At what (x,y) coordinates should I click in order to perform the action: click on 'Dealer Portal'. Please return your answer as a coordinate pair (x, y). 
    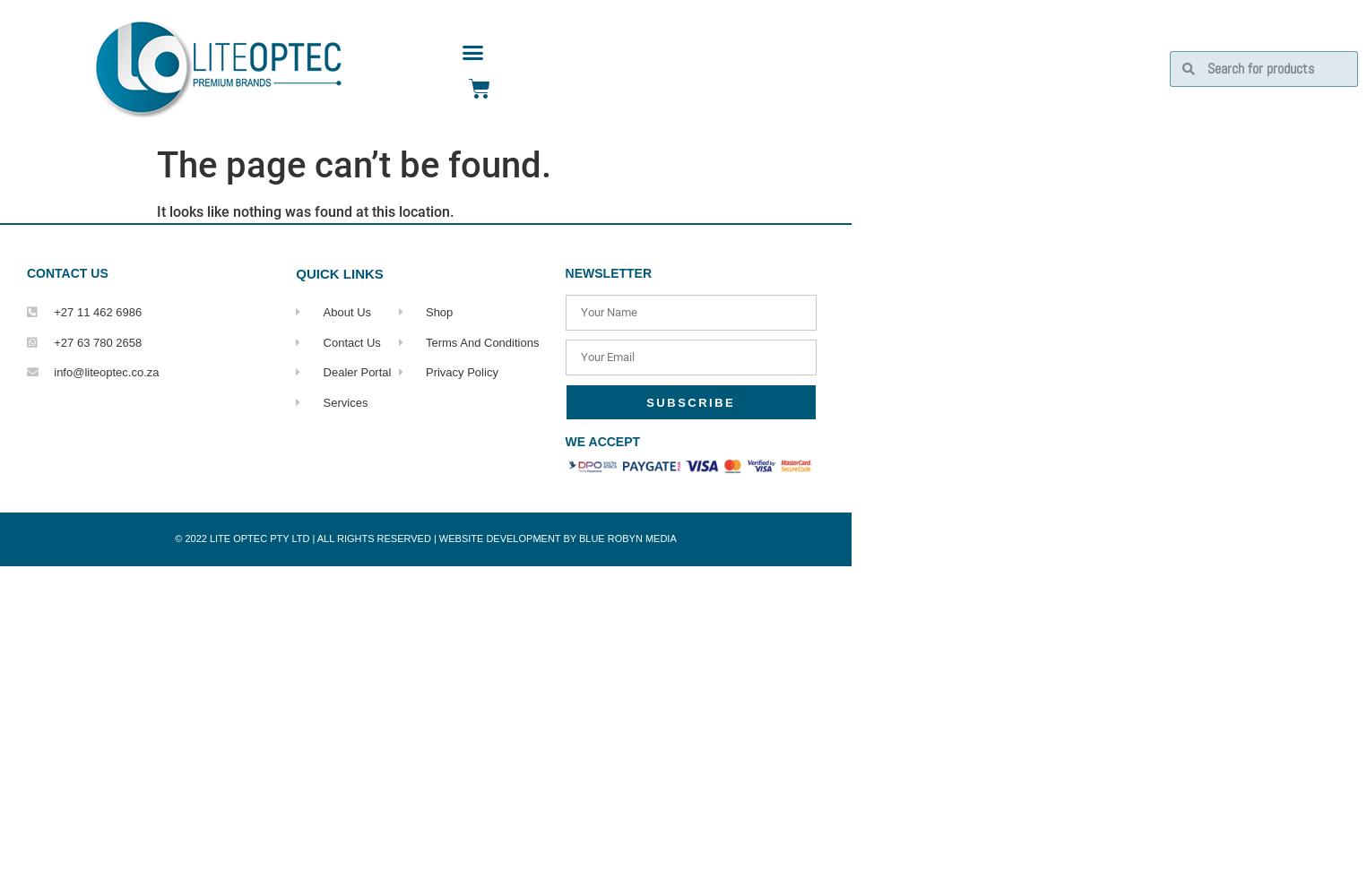
    Looking at the image, I should click on (356, 372).